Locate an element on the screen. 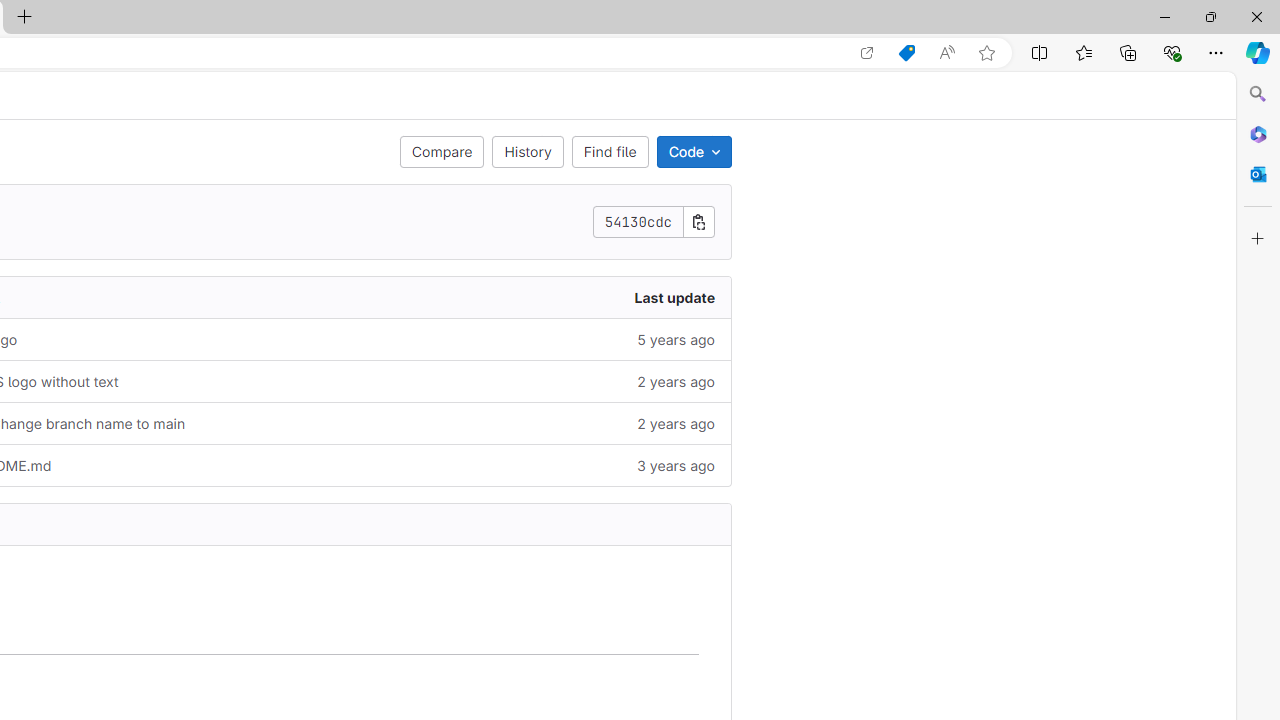  'Code' is located at coordinates (693, 150).